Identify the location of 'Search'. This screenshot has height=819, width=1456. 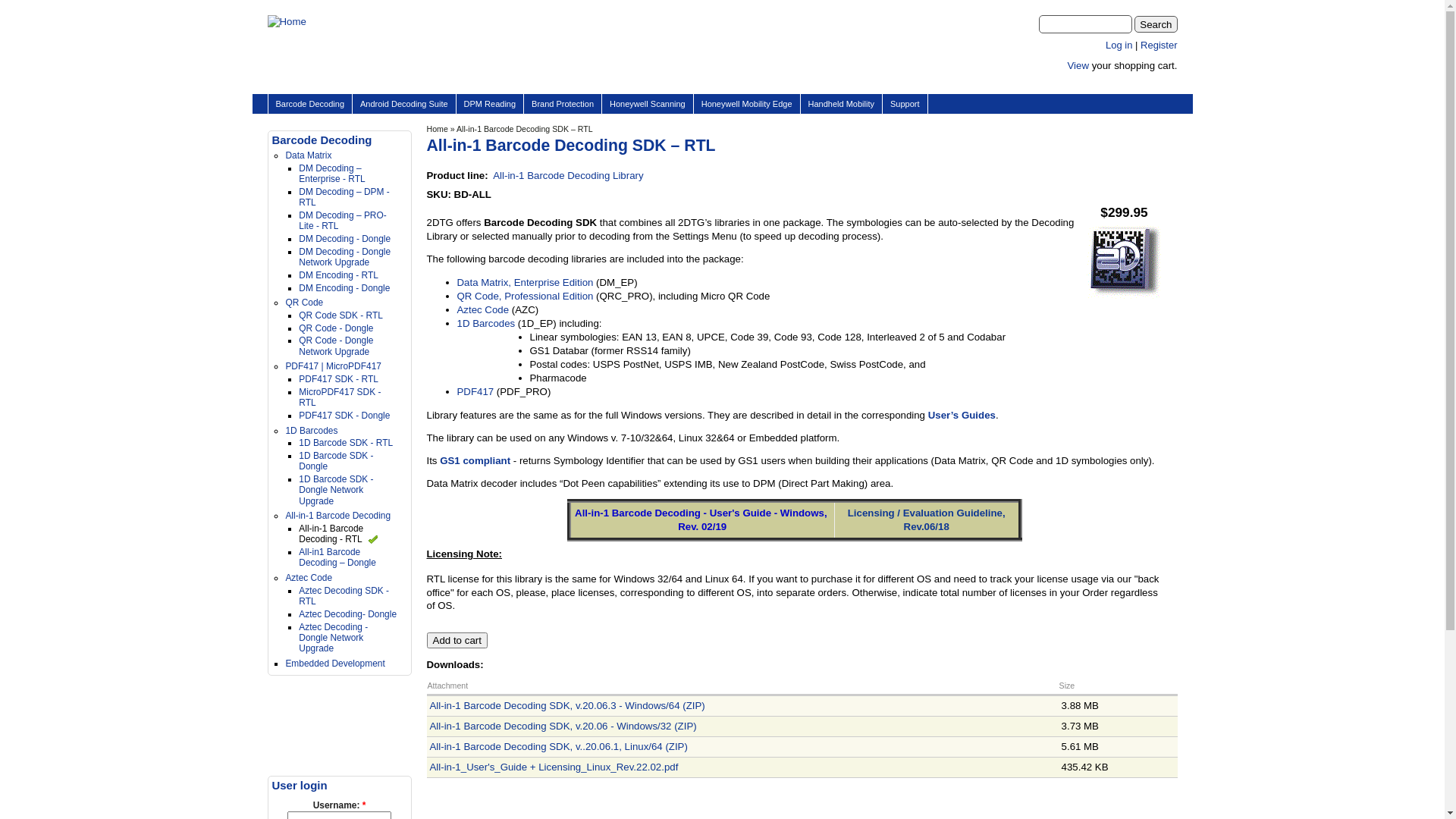
(1154, 24).